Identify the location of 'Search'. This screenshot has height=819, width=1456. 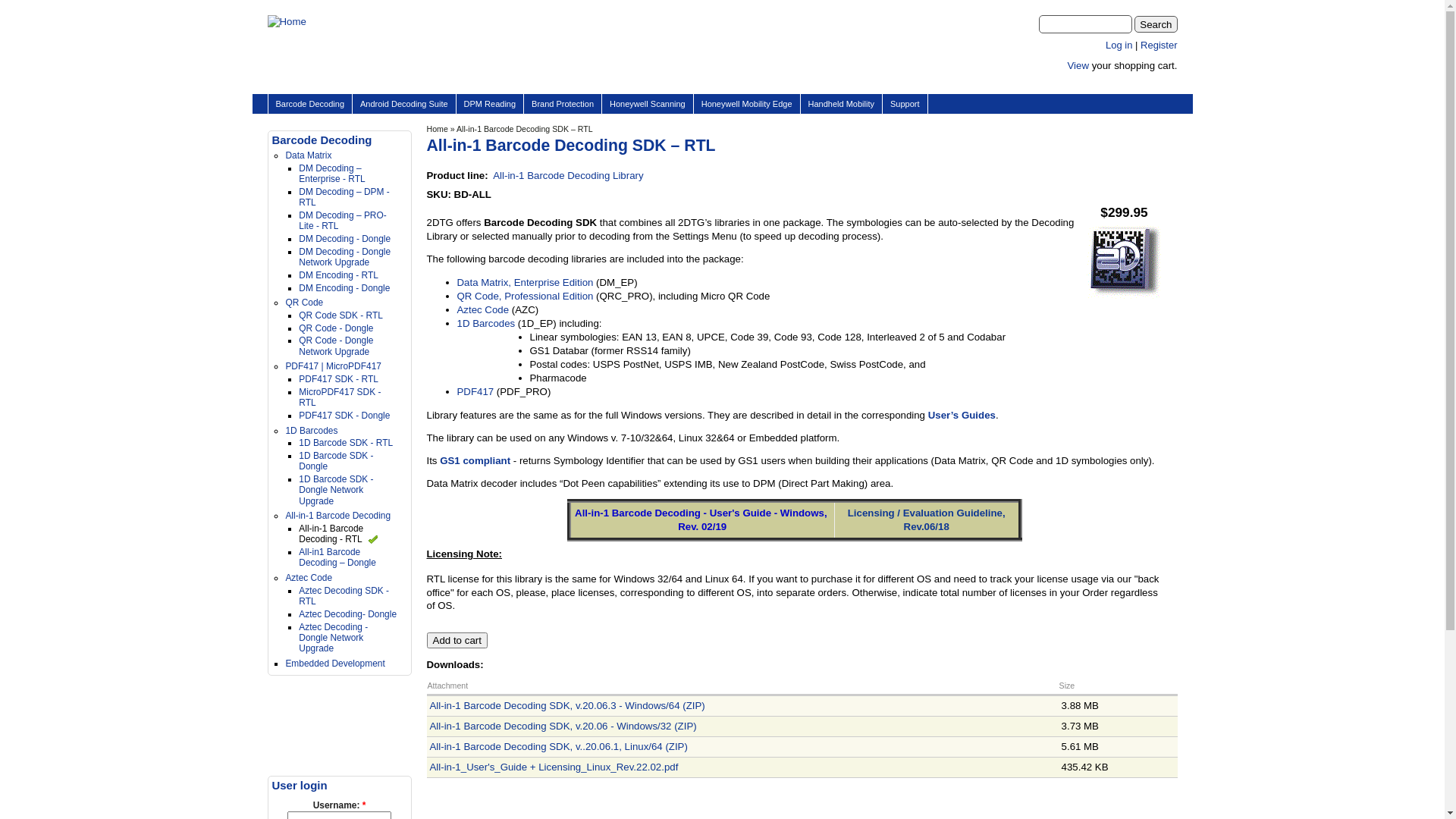
(1154, 24).